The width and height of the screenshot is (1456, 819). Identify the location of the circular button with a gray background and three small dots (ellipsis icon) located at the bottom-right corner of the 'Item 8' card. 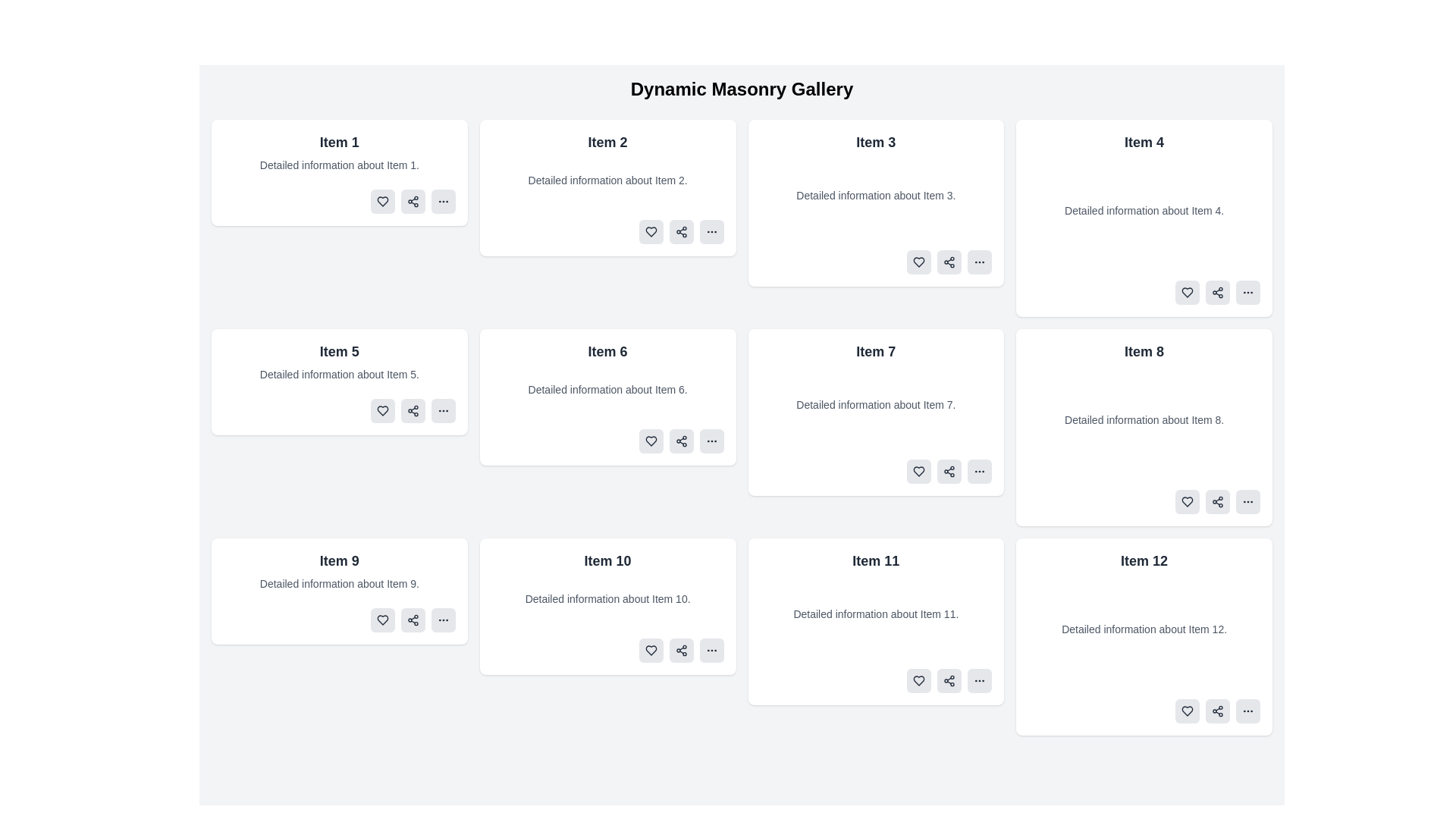
(1248, 502).